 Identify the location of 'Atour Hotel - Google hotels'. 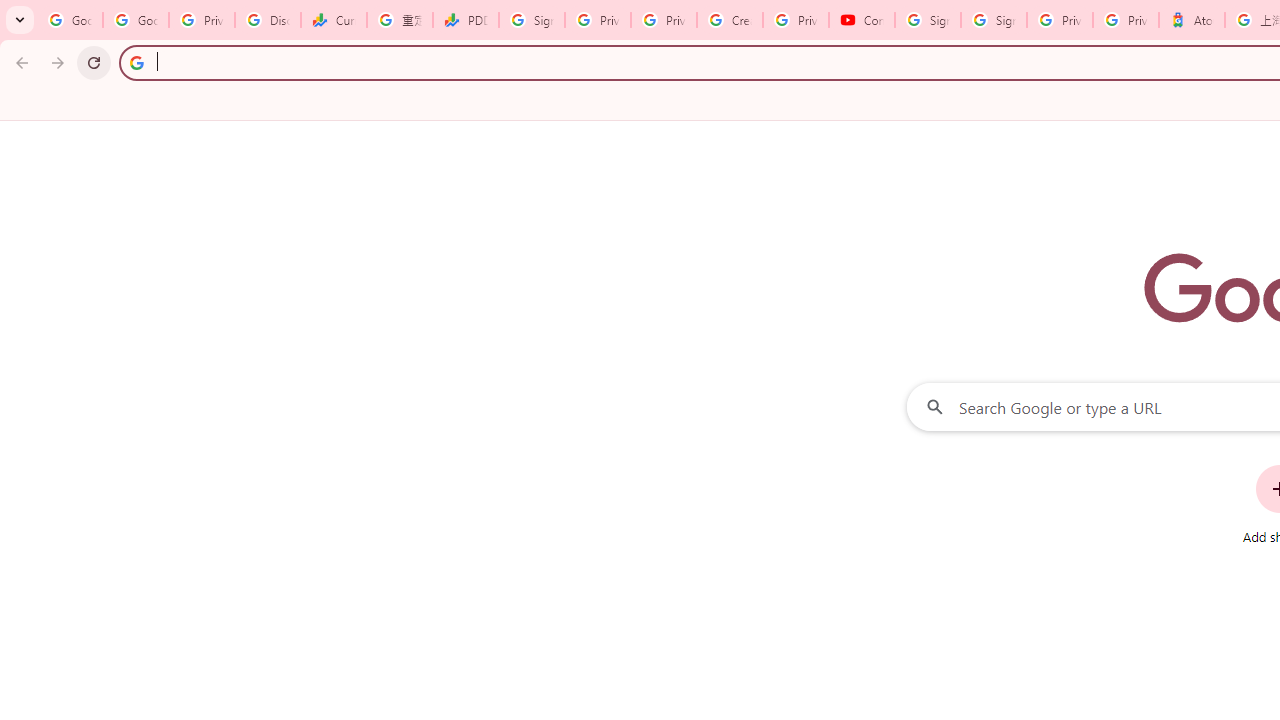
(1191, 20).